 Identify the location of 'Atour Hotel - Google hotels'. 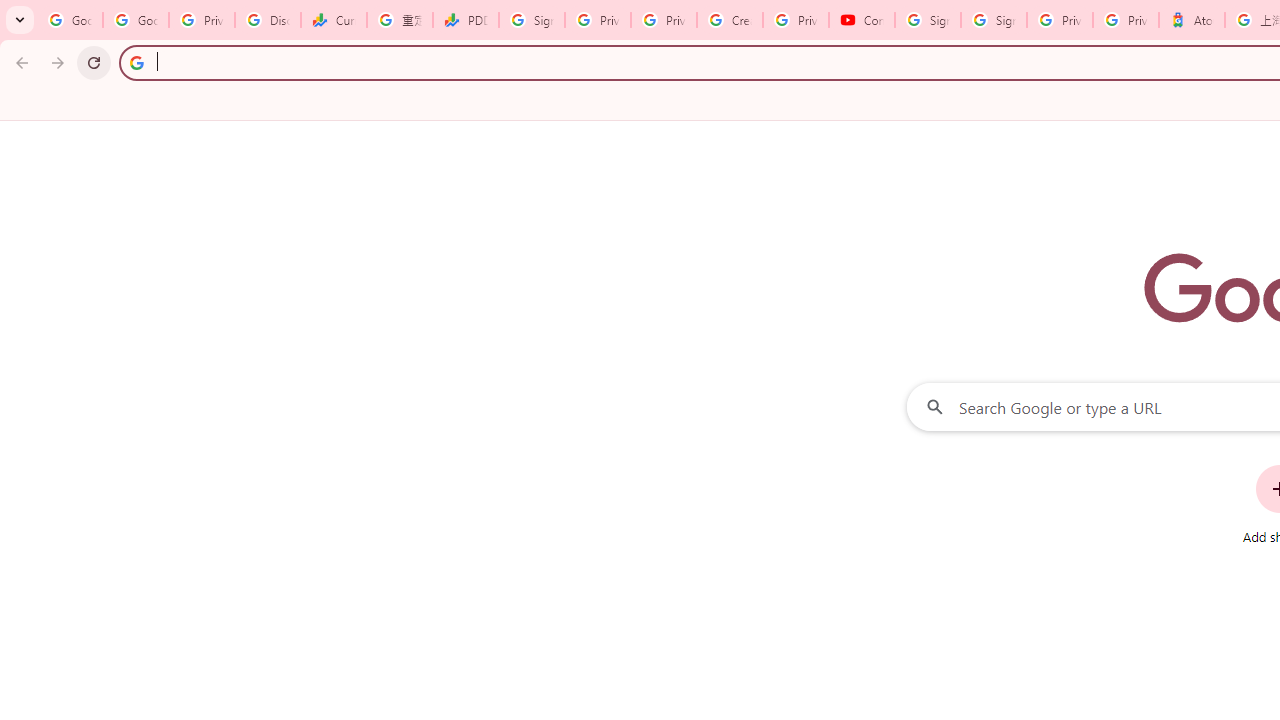
(1191, 20).